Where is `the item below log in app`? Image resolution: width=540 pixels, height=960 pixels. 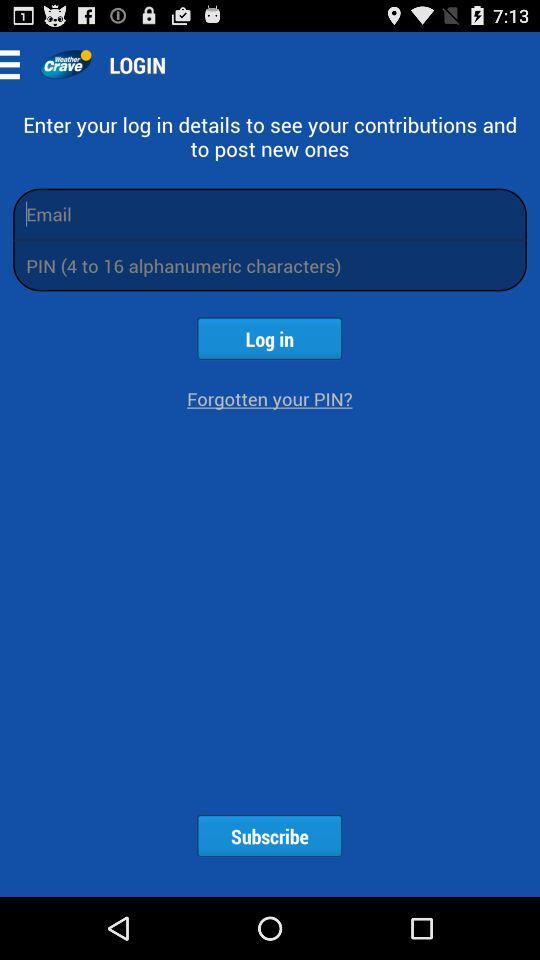
the item below log in app is located at coordinates (269, 397).